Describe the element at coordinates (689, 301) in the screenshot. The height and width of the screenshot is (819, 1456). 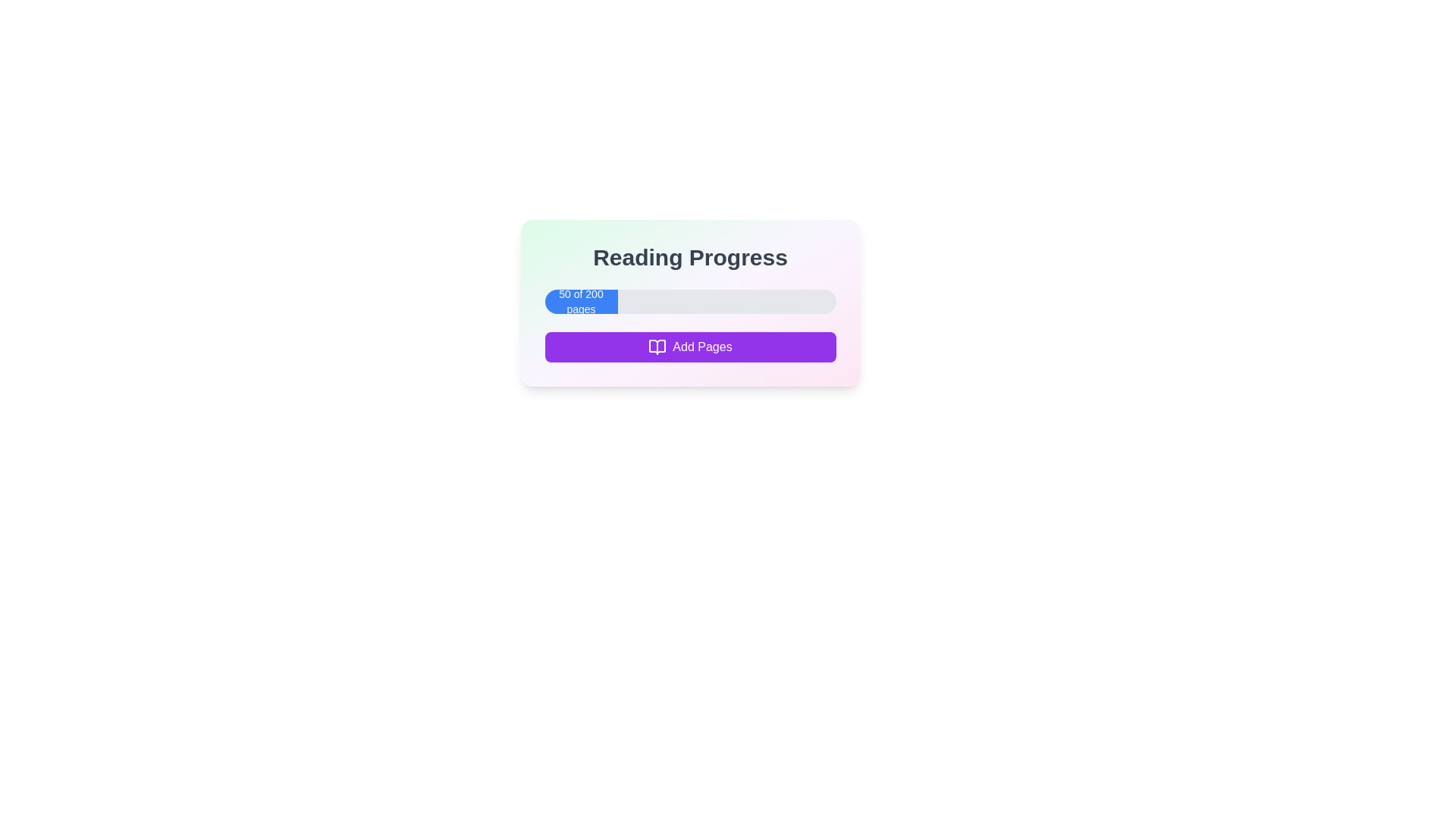
I see `the progress bar element displaying '50 of 200 pages' which is located below the title 'Reading Progress' and above the 'Add Pages' button` at that location.